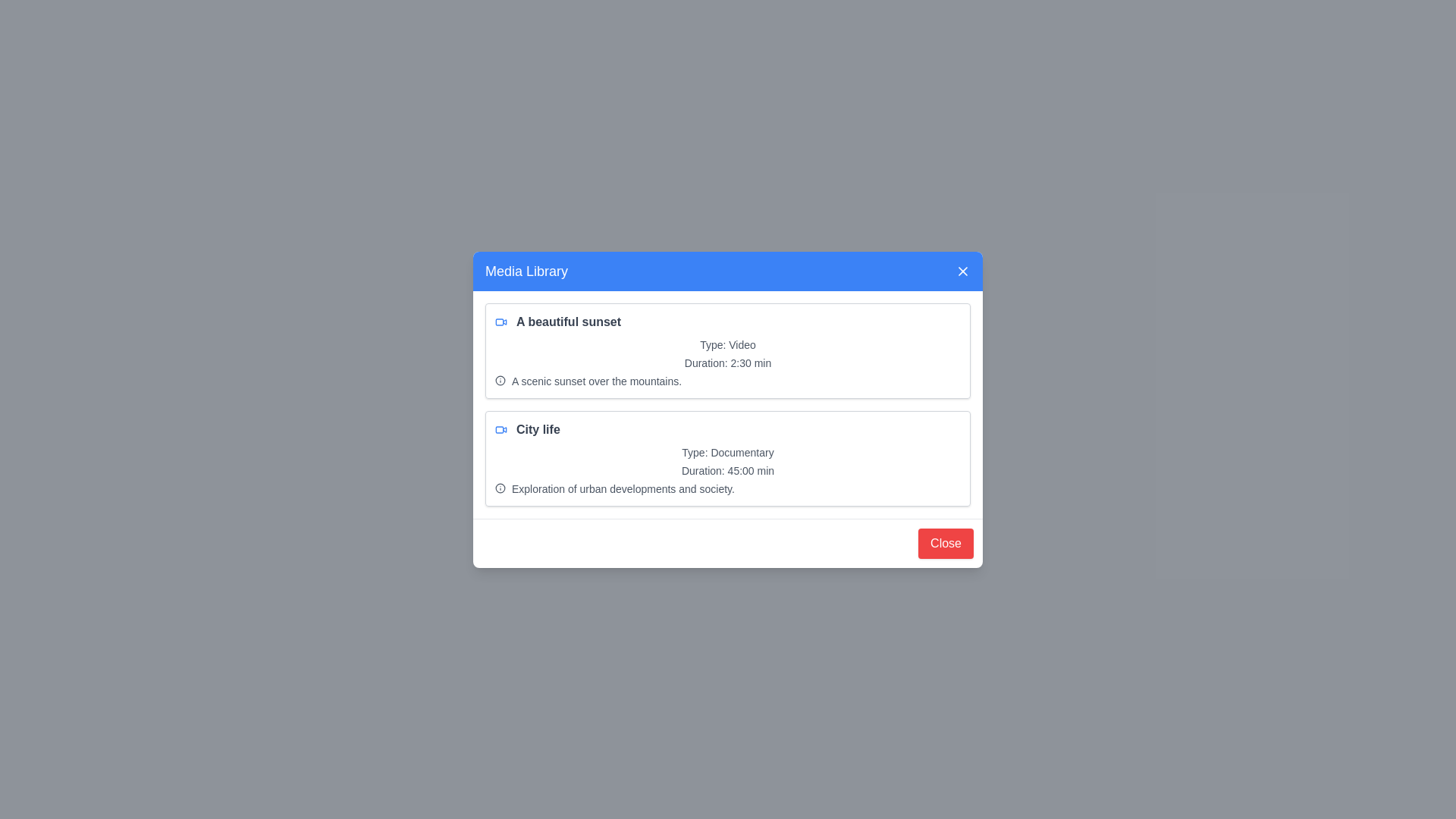 The width and height of the screenshot is (1456, 819). Describe the element at coordinates (501, 429) in the screenshot. I see `the video content icon located to the left of the 'City life' text within the second card of the 'Media Library' popup` at that location.